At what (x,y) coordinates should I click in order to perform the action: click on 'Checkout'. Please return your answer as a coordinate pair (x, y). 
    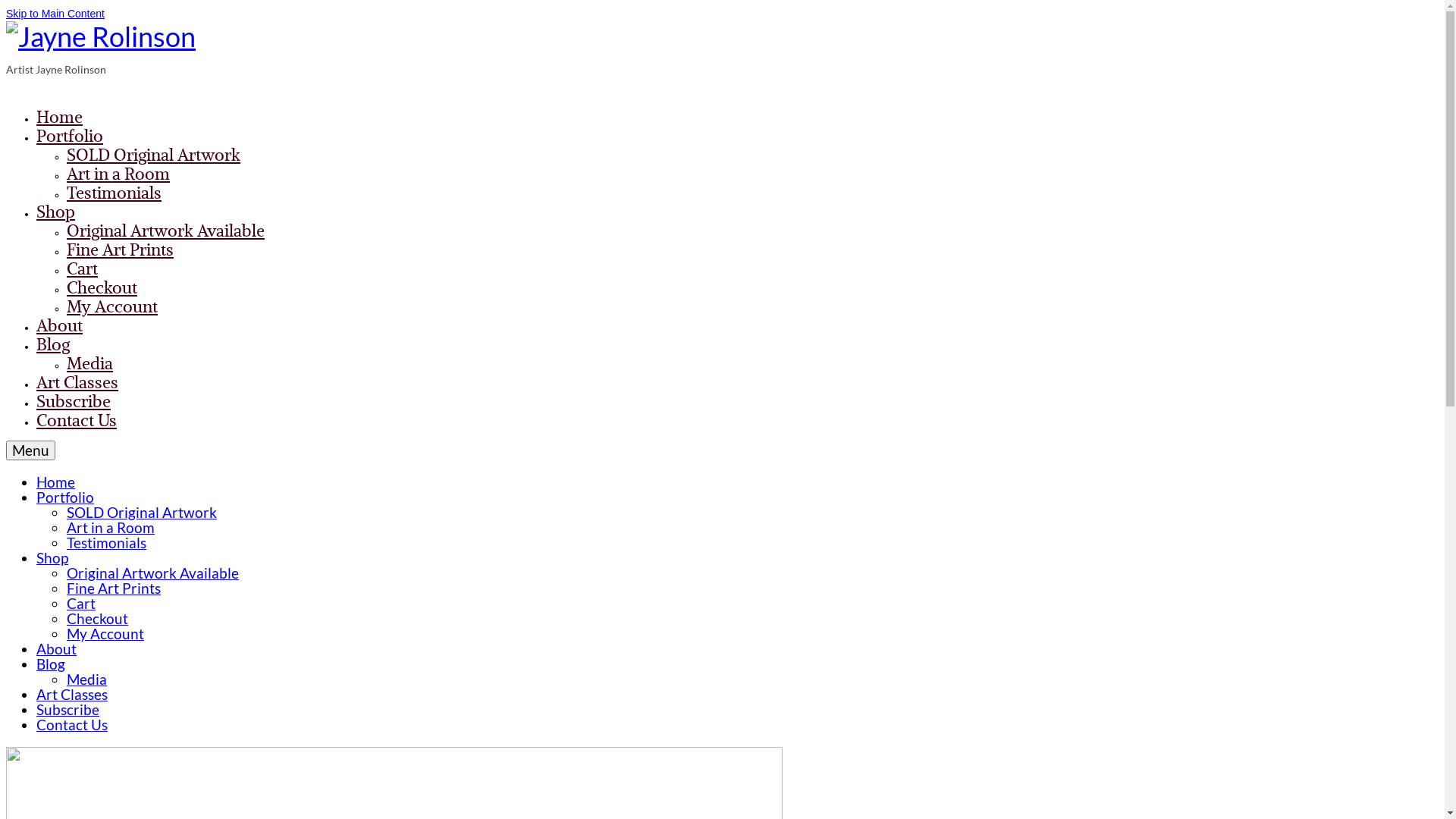
    Looking at the image, I should click on (96, 618).